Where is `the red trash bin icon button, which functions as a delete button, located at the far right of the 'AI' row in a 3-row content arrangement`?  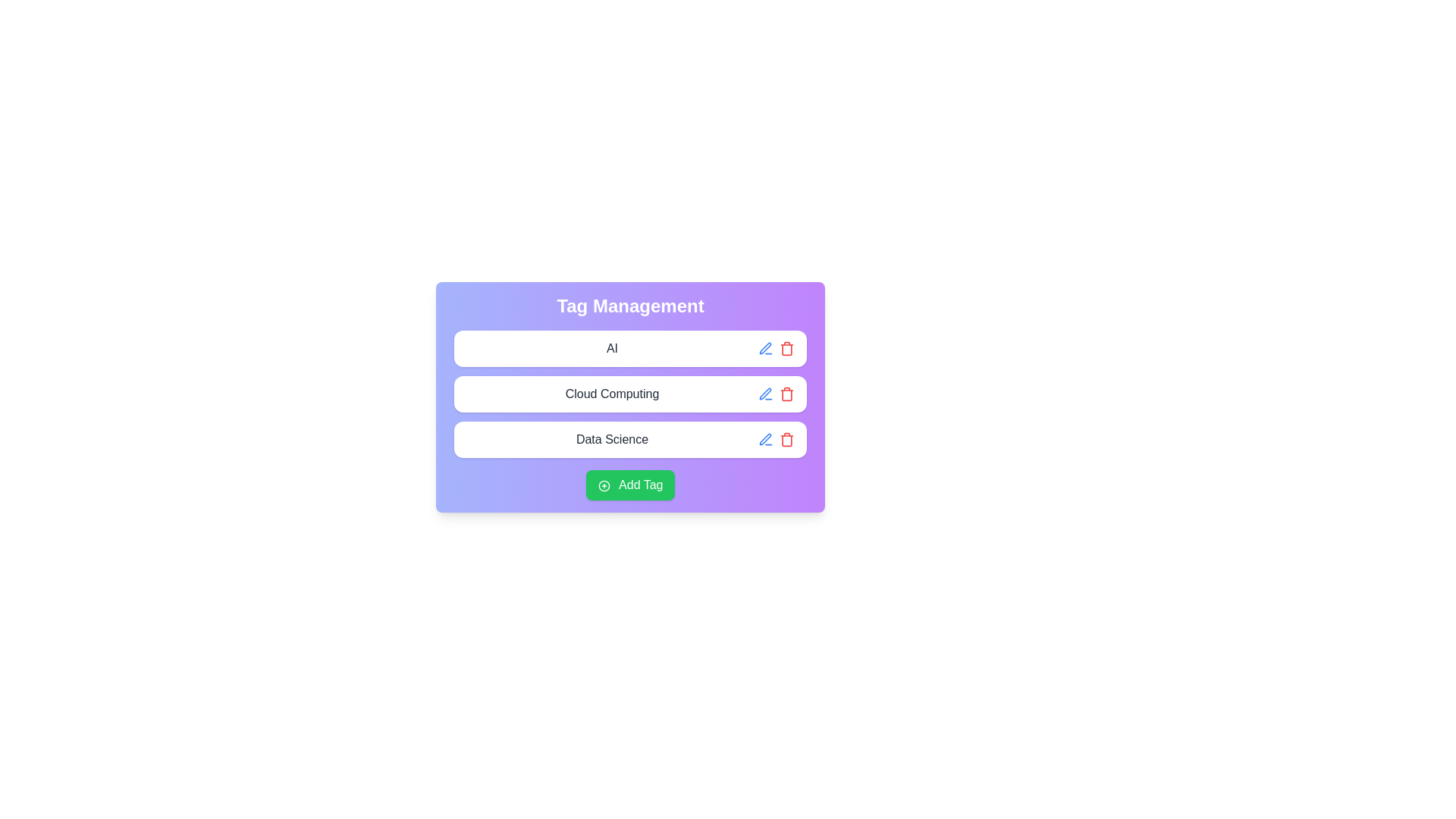 the red trash bin icon button, which functions as a delete button, located at the far right of the 'AI' row in a 3-row content arrangement is located at coordinates (786, 348).